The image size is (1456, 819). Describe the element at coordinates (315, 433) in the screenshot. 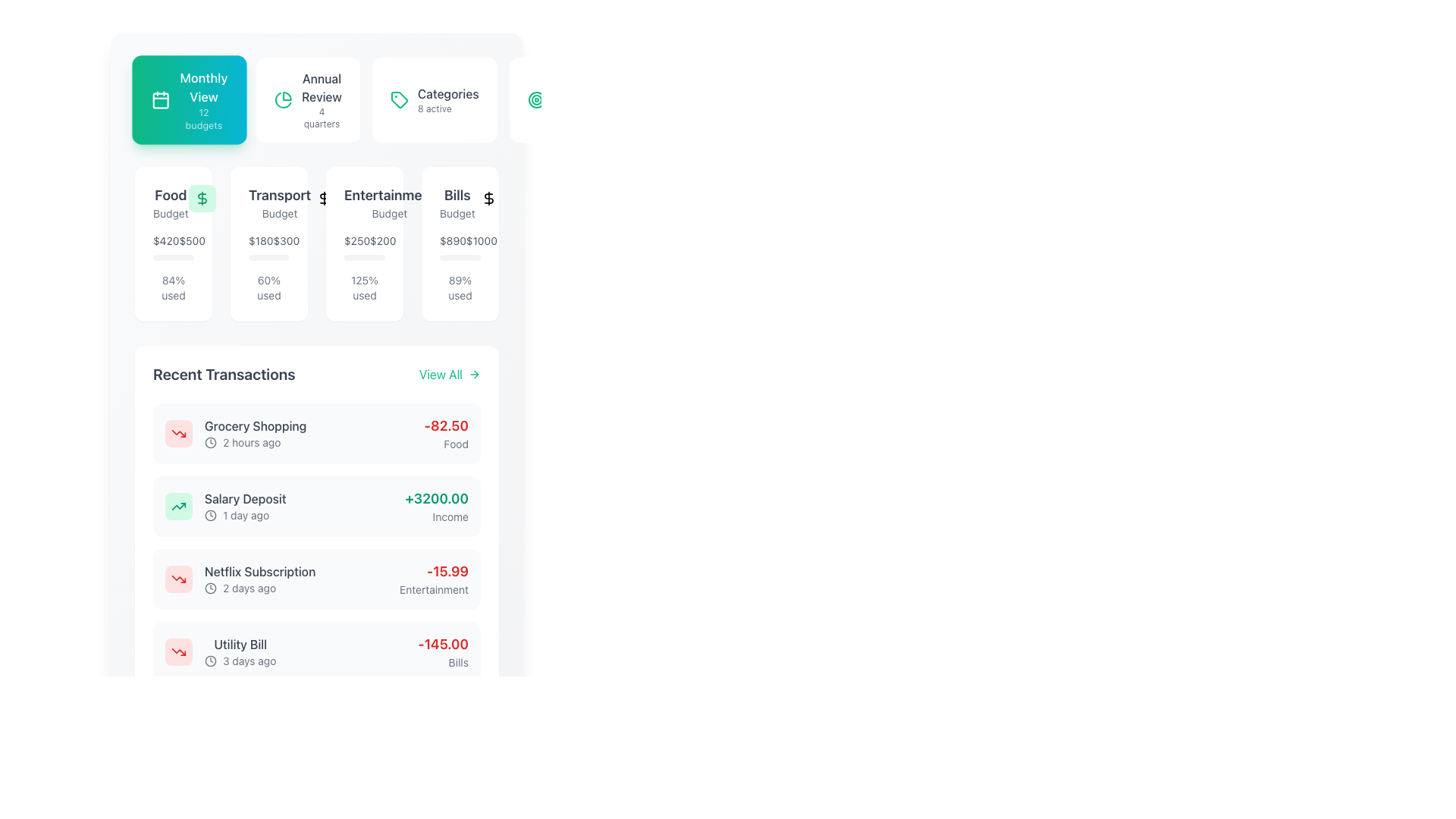

I see `the first transaction item labeled 'Grocery Shopping' in the 'Recent Transactions' section` at that location.